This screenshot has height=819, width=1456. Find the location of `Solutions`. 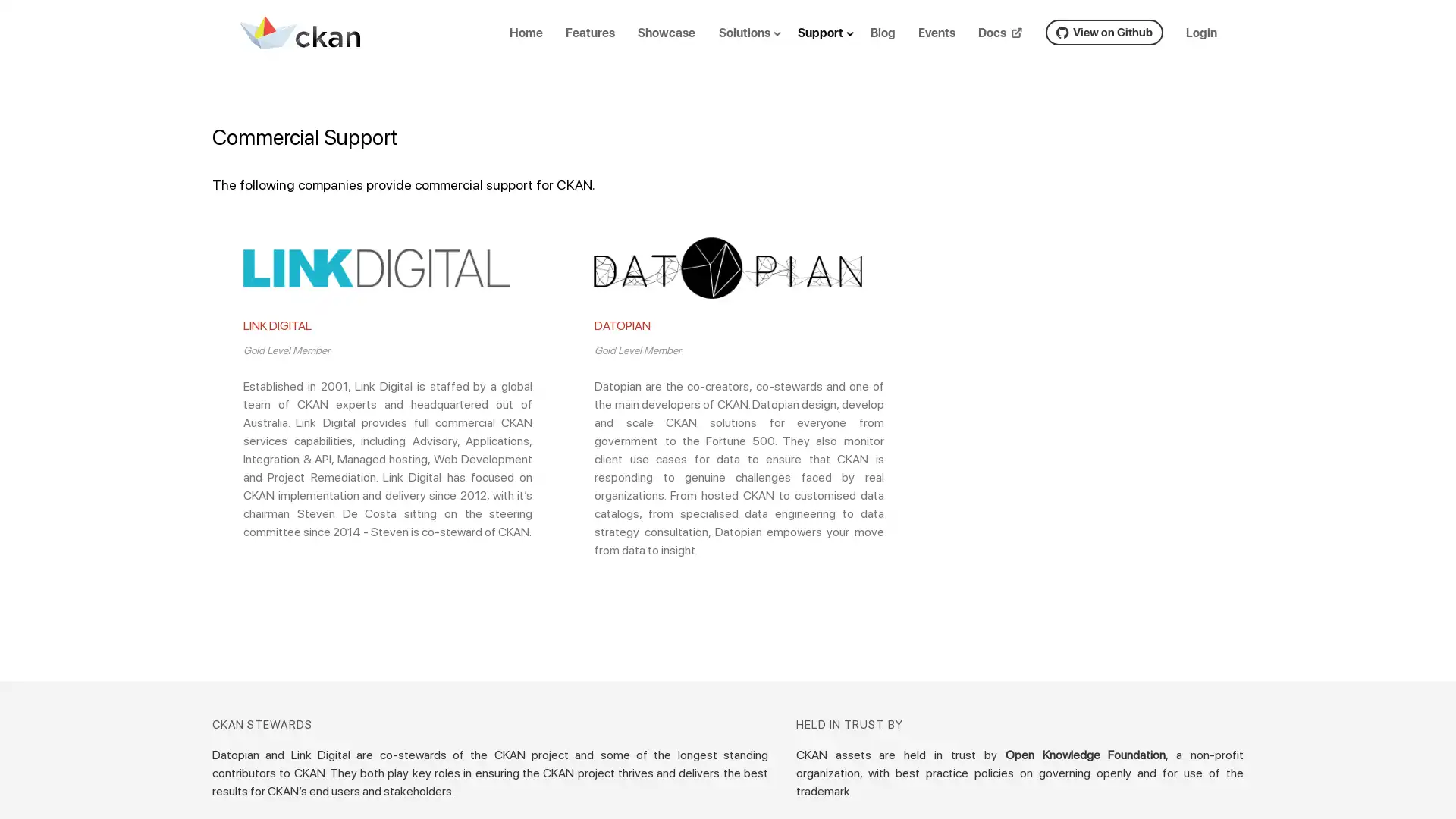

Solutions is located at coordinates (761, 44).